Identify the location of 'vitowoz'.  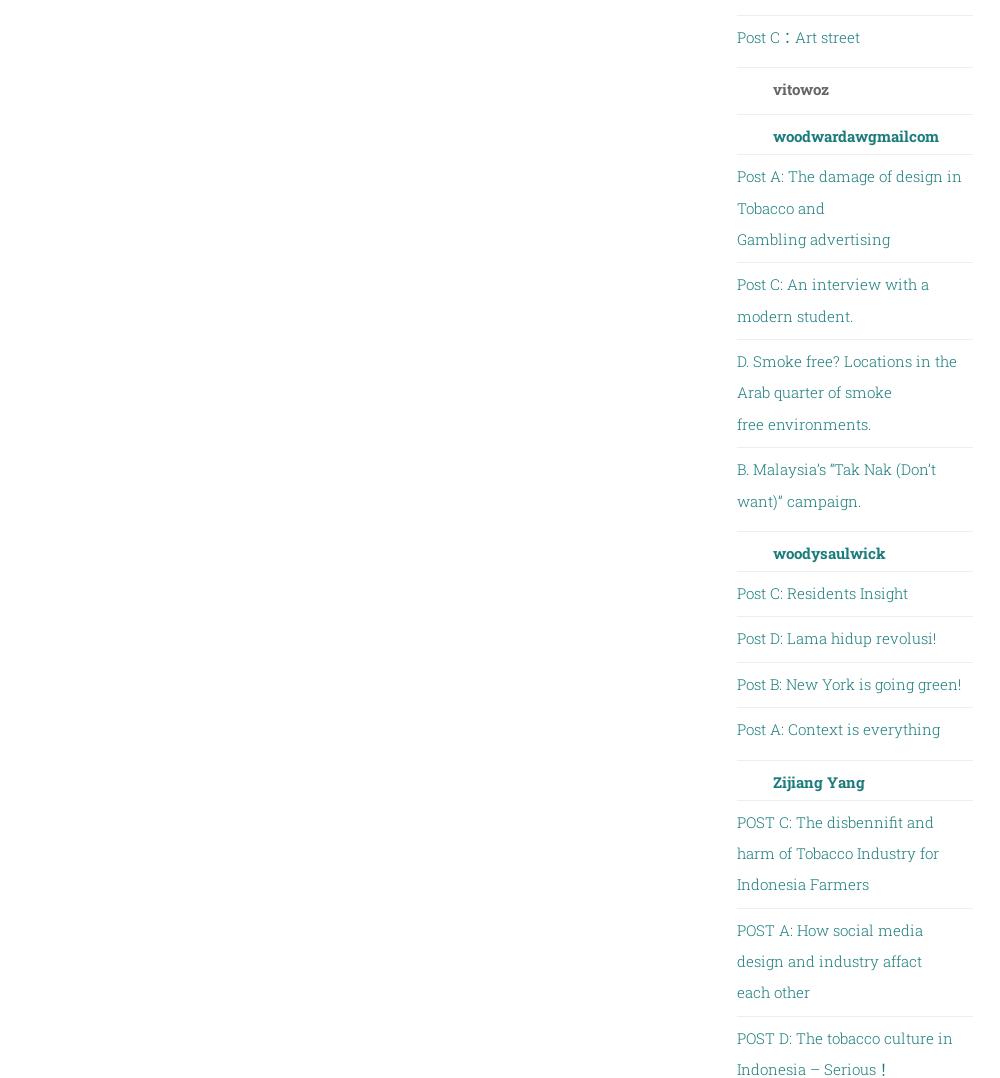
(800, 88).